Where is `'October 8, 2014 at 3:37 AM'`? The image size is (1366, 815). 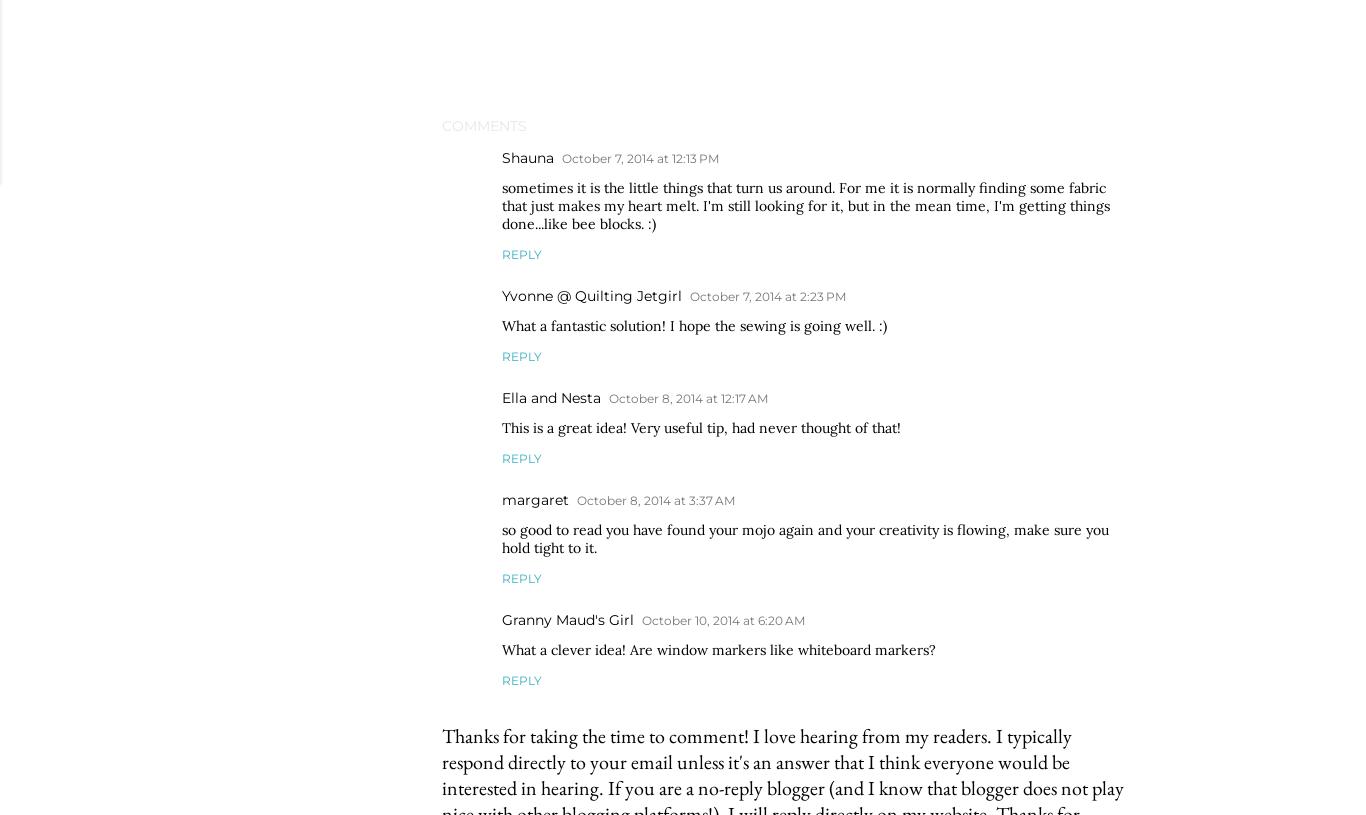
'October 8, 2014 at 3:37 AM' is located at coordinates (654, 500).